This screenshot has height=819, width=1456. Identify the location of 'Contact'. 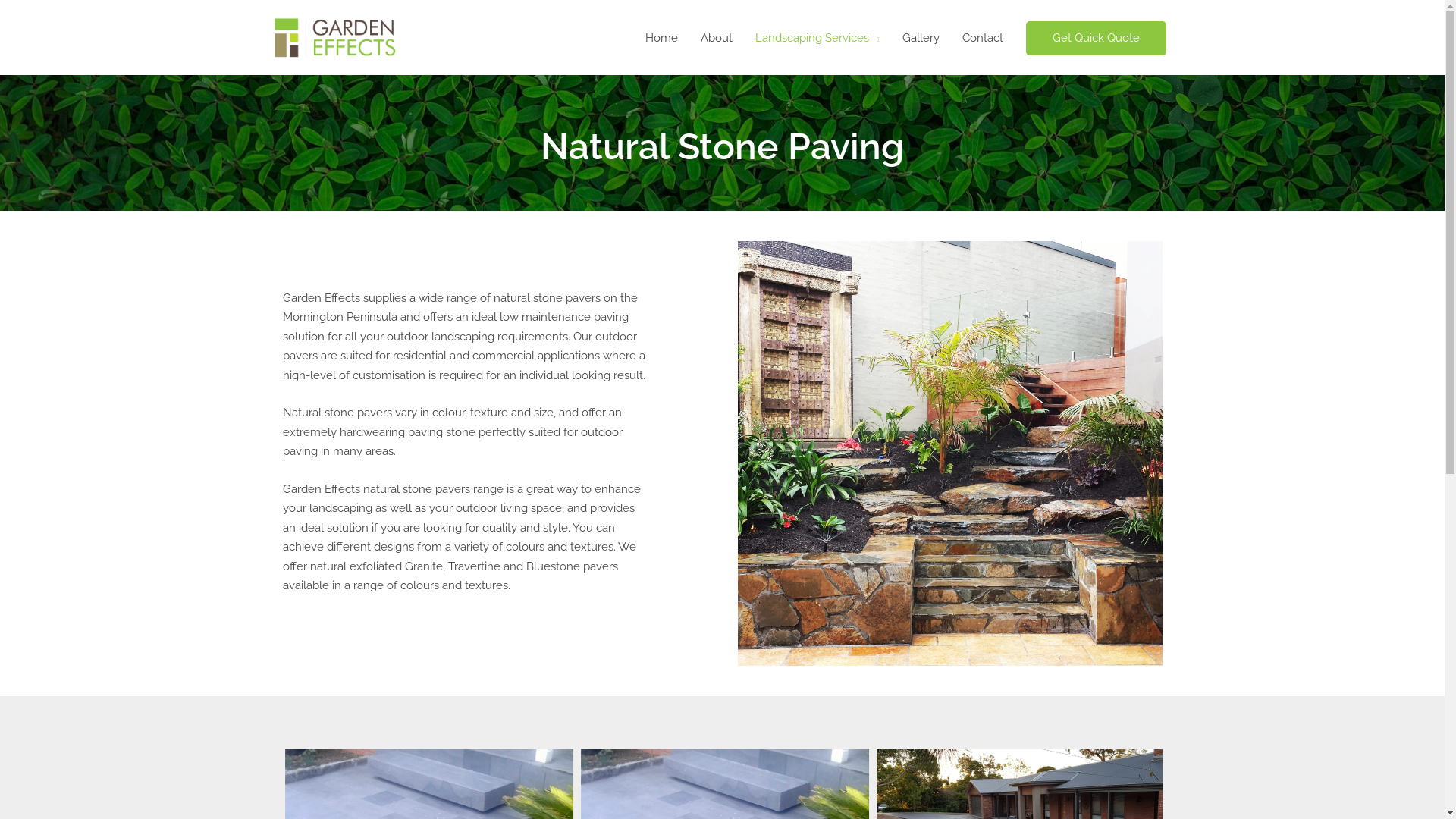
(983, 37).